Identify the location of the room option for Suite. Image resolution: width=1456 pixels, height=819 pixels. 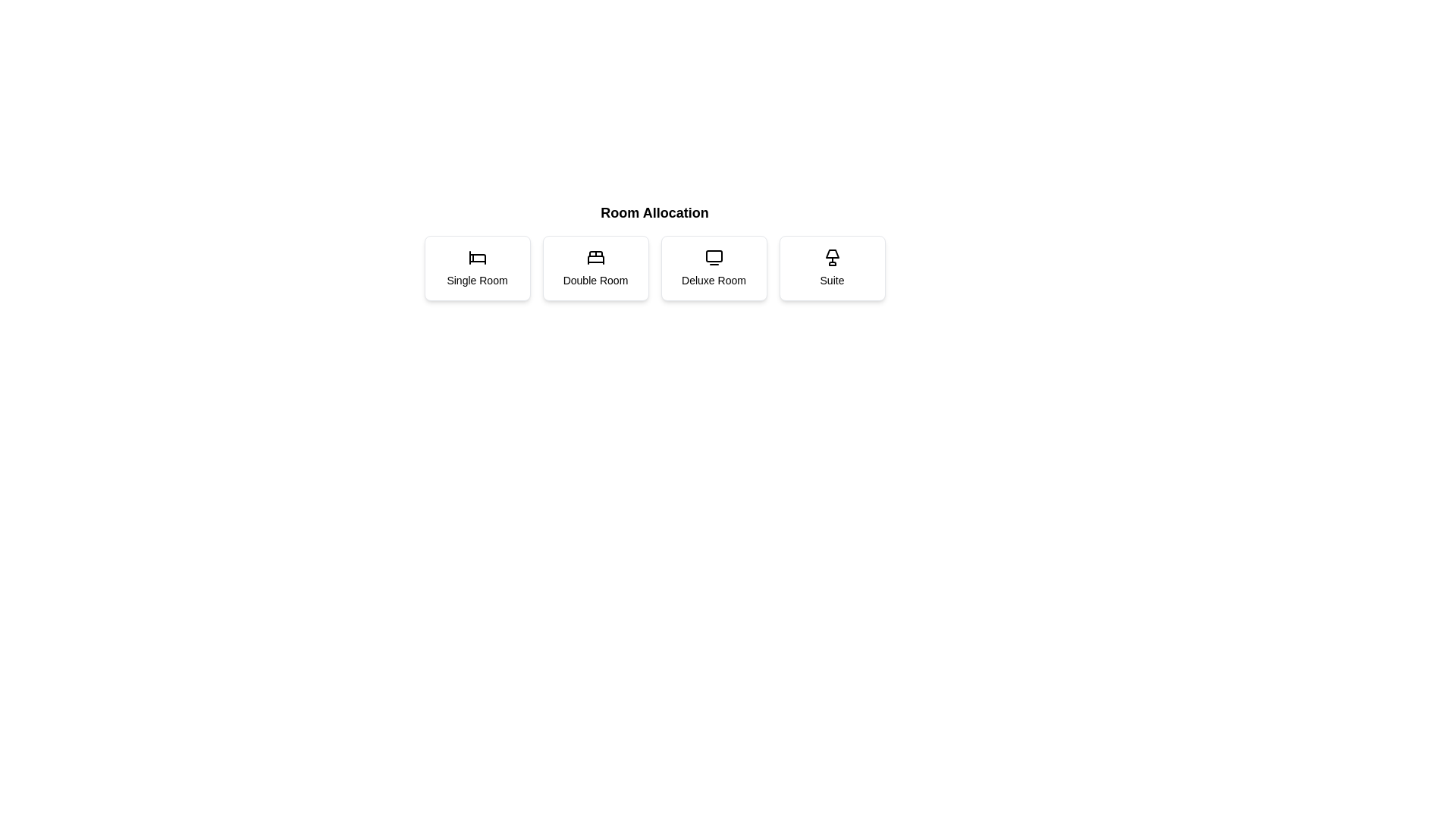
(831, 268).